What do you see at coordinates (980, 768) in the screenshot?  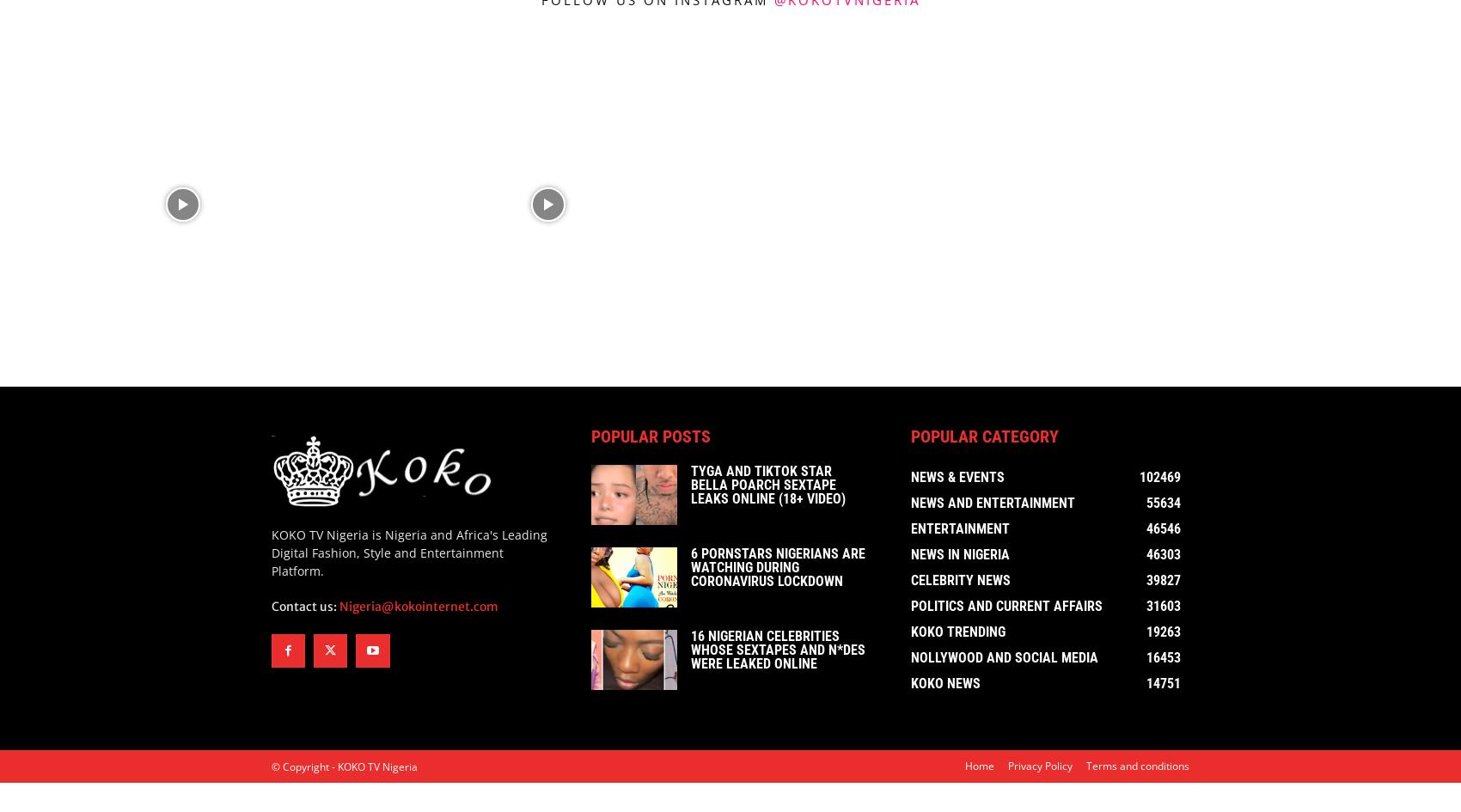 I see `'Home'` at bounding box center [980, 768].